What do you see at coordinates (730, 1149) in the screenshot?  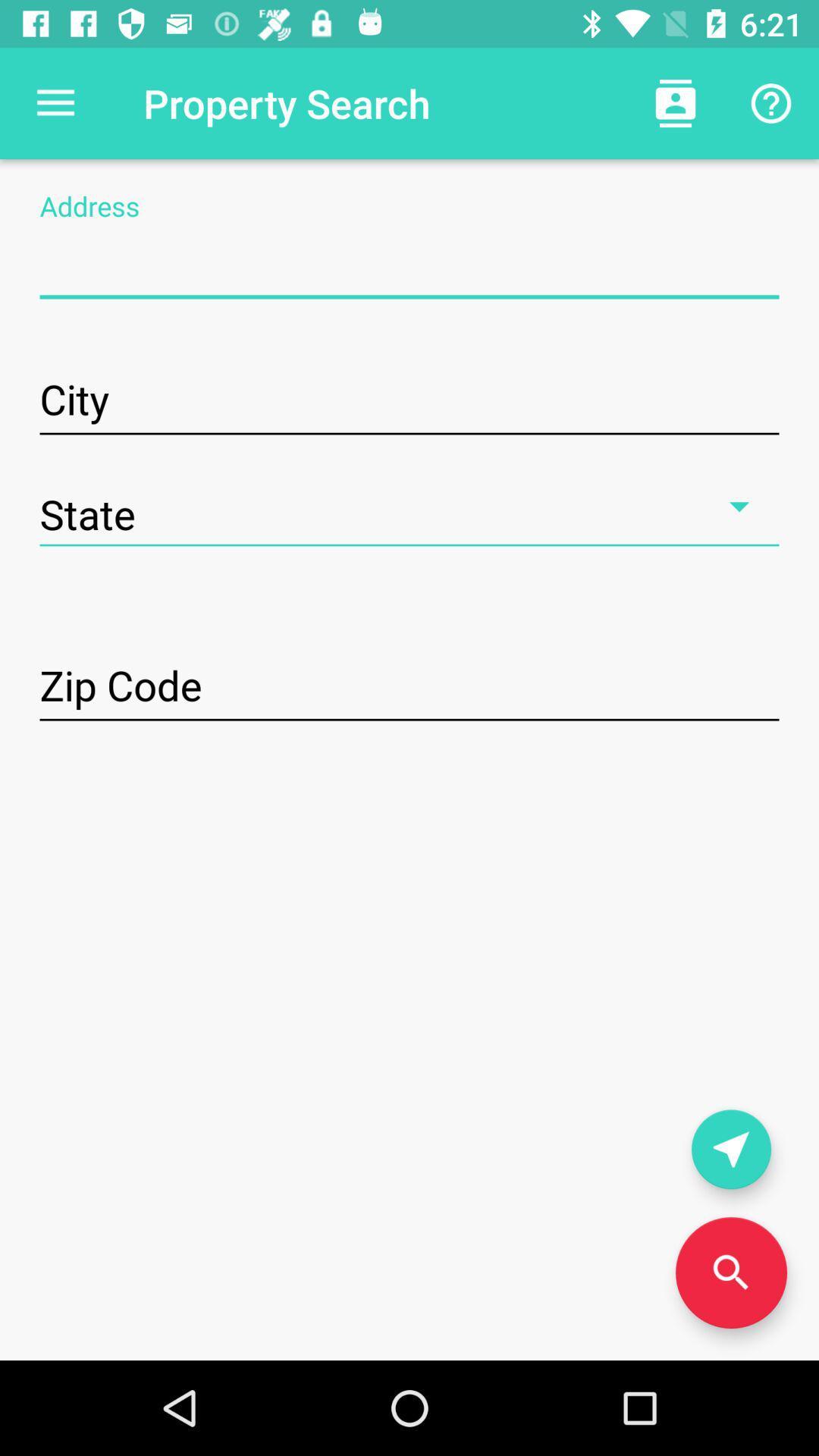 I see `the navigation icon` at bounding box center [730, 1149].